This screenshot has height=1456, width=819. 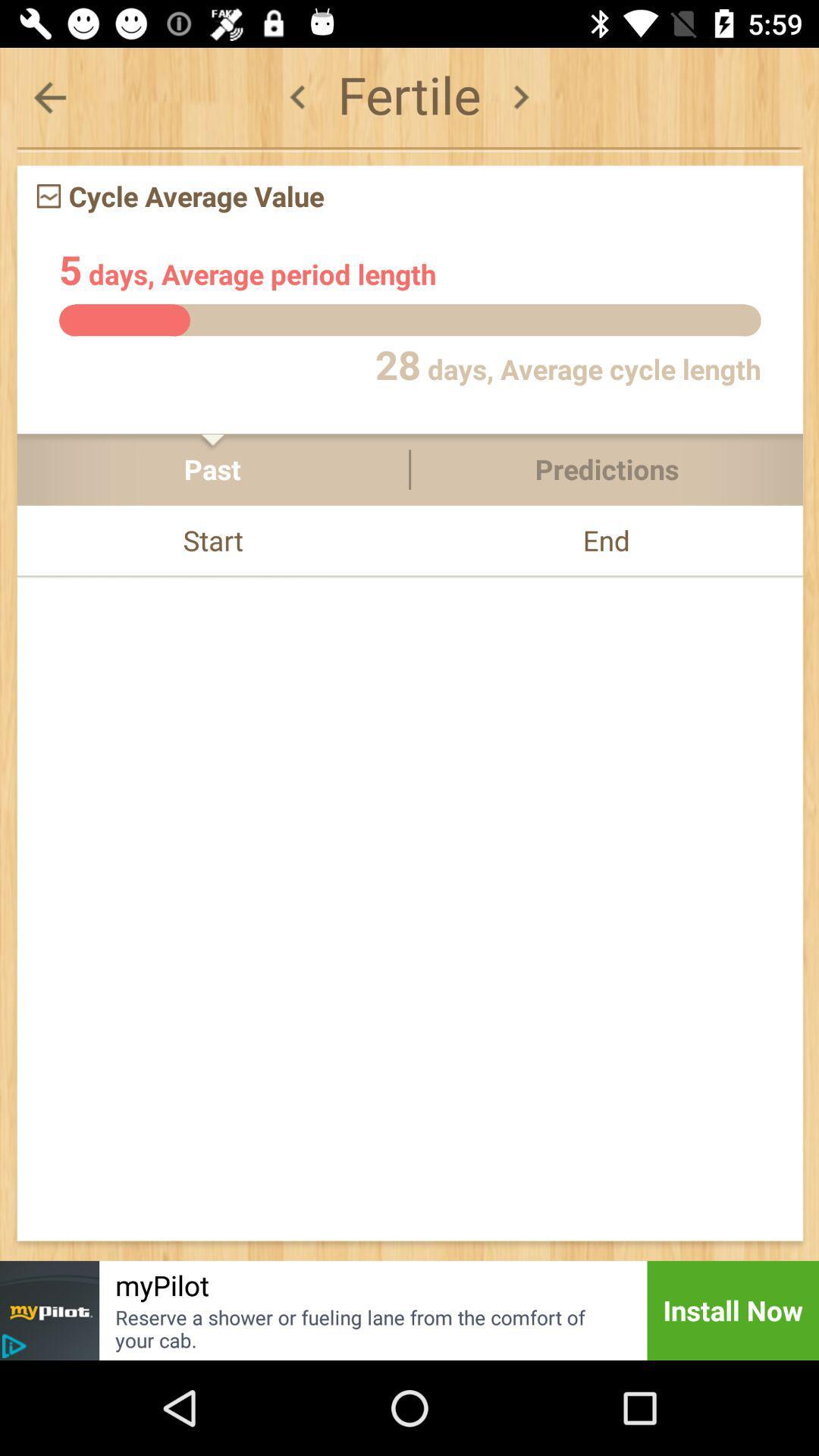 I want to click on the play icon, so click(x=14, y=1346).